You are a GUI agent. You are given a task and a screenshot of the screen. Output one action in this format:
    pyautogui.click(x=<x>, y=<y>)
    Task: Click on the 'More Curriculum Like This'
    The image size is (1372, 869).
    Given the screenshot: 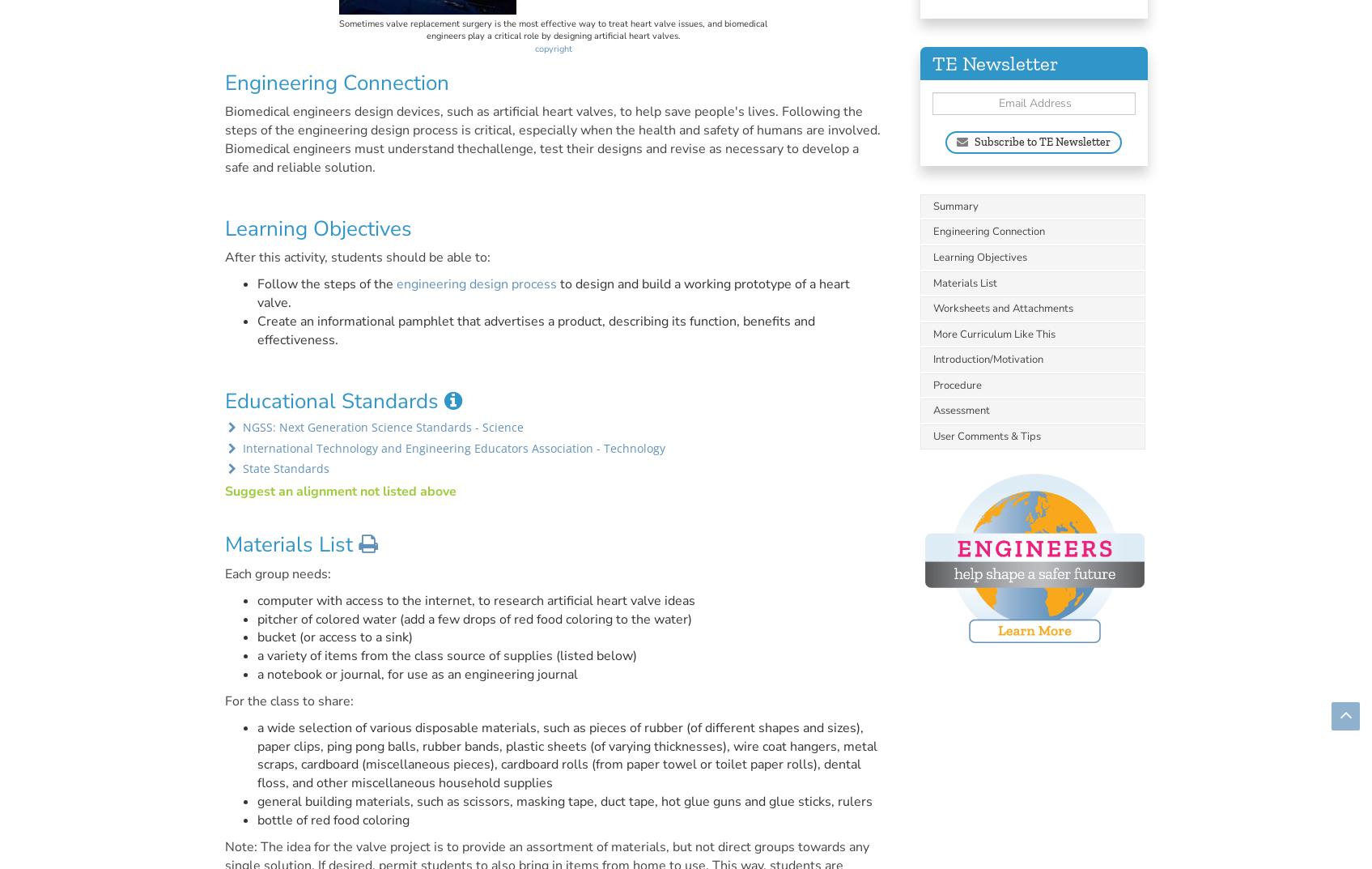 What is the action you would take?
    pyautogui.click(x=994, y=333)
    